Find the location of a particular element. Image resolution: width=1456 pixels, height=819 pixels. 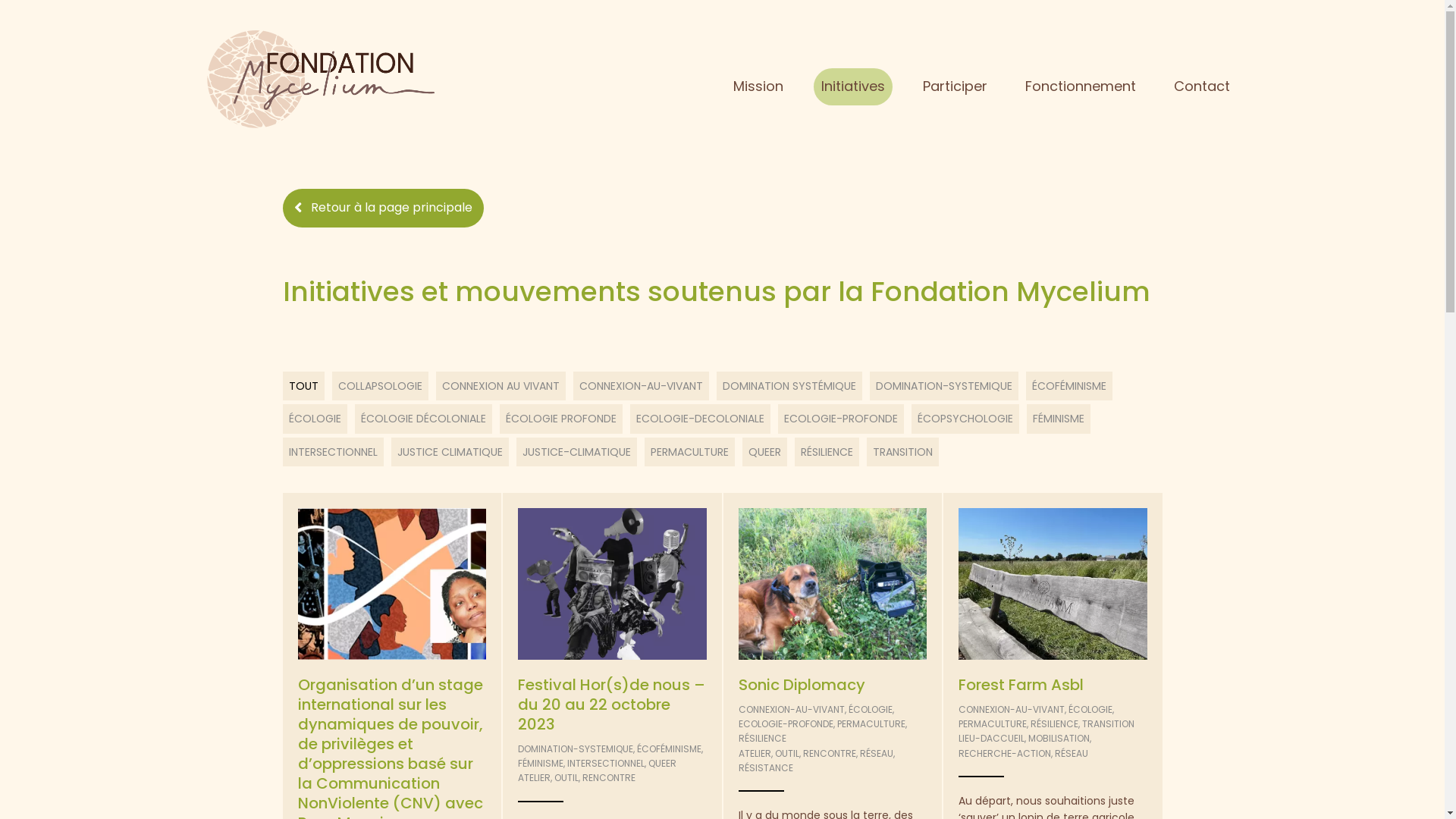

'TRANSITION' is located at coordinates (1108, 723).